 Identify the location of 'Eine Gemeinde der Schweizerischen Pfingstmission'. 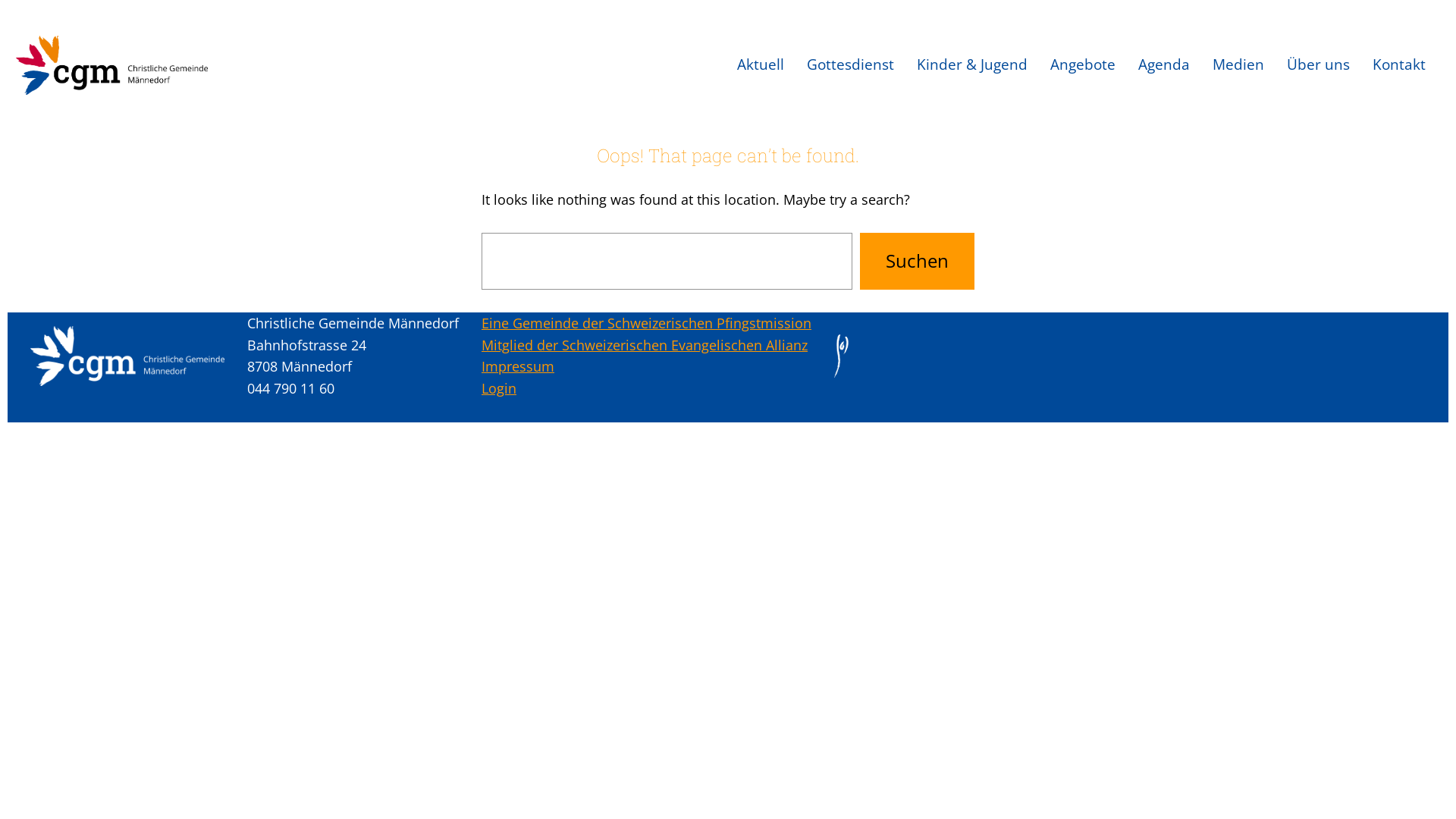
(646, 322).